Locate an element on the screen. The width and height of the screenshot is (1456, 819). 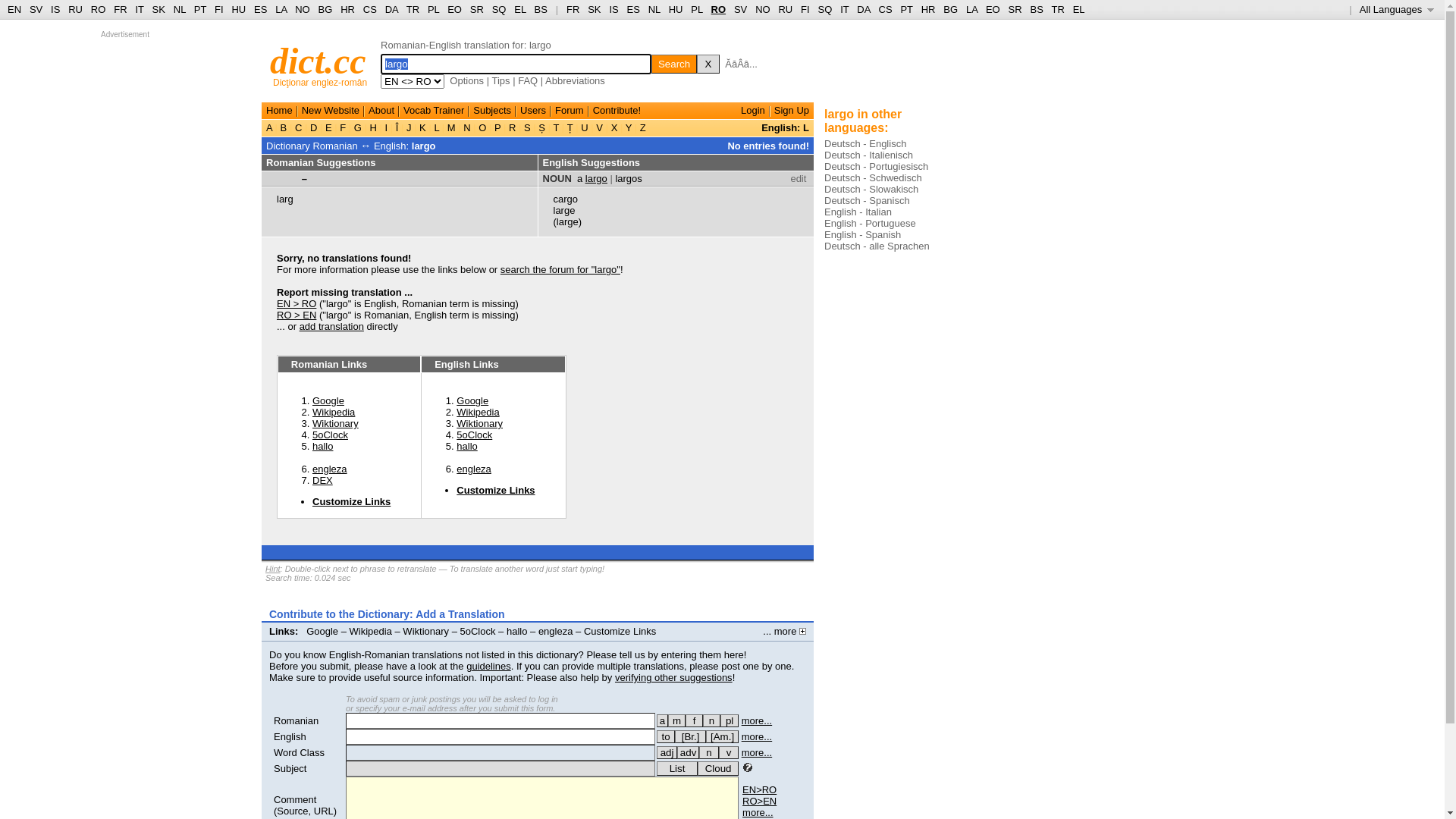
'Contribute to the Dictionary: Add a Translation' is located at coordinates (387, 614).